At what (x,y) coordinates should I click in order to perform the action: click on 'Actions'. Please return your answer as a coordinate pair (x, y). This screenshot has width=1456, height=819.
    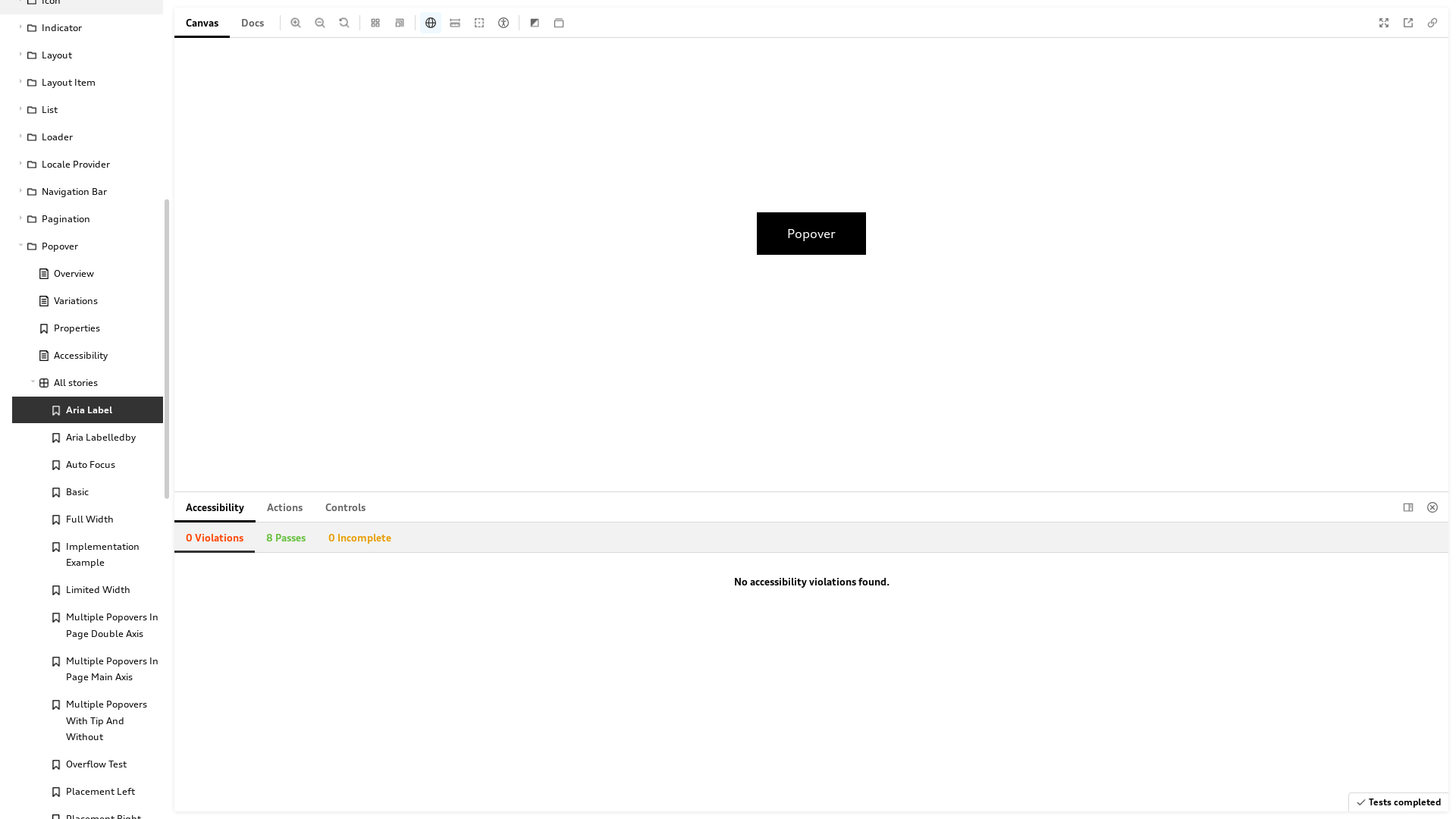
    Looking at the image, I should click on (284, 507).